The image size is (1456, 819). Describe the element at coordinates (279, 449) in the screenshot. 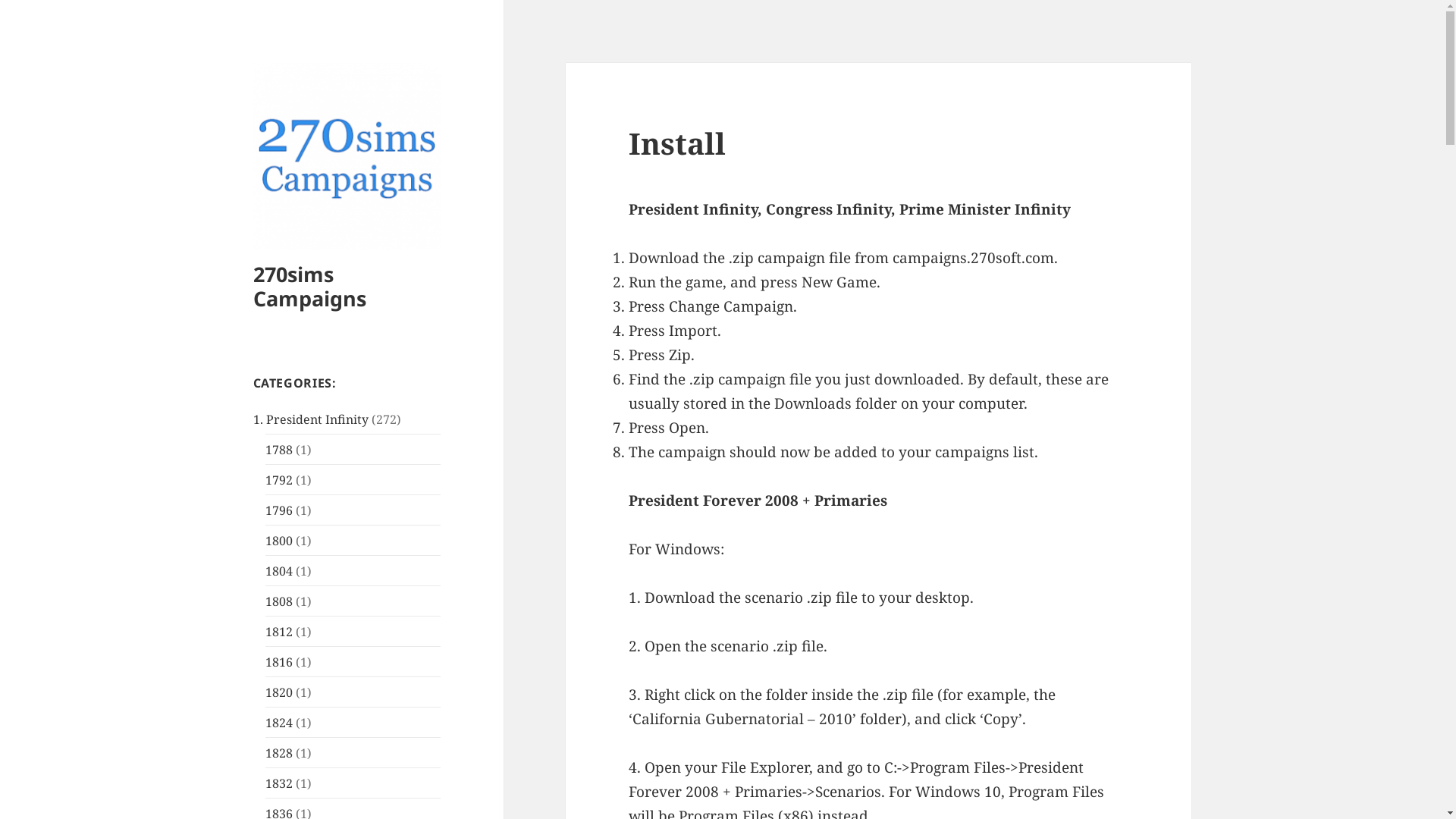

I see `'1788'` at that location.